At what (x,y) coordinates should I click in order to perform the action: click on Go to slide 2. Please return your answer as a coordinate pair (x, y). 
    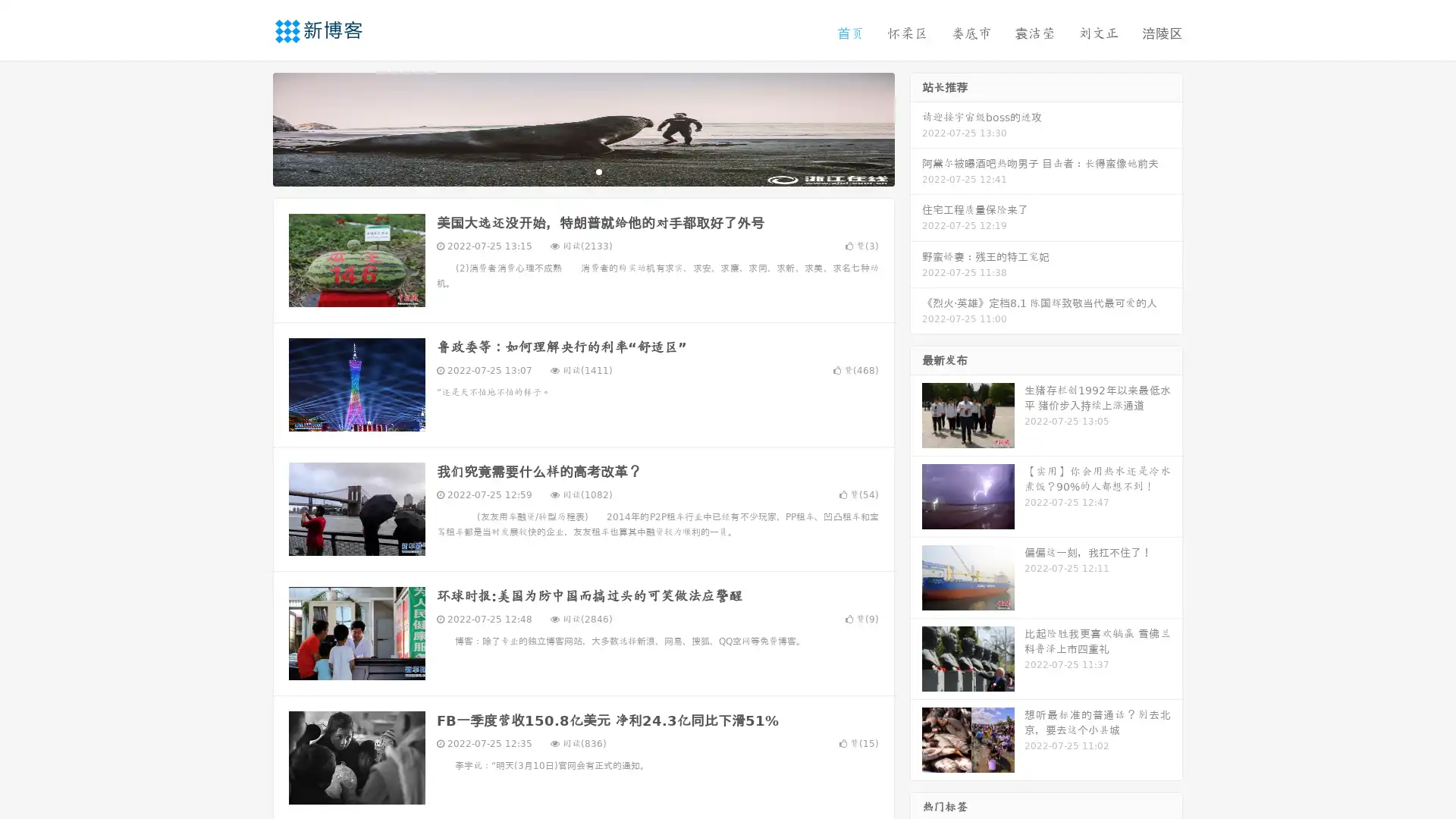
    Looking at the image, I should click on (582, 171).